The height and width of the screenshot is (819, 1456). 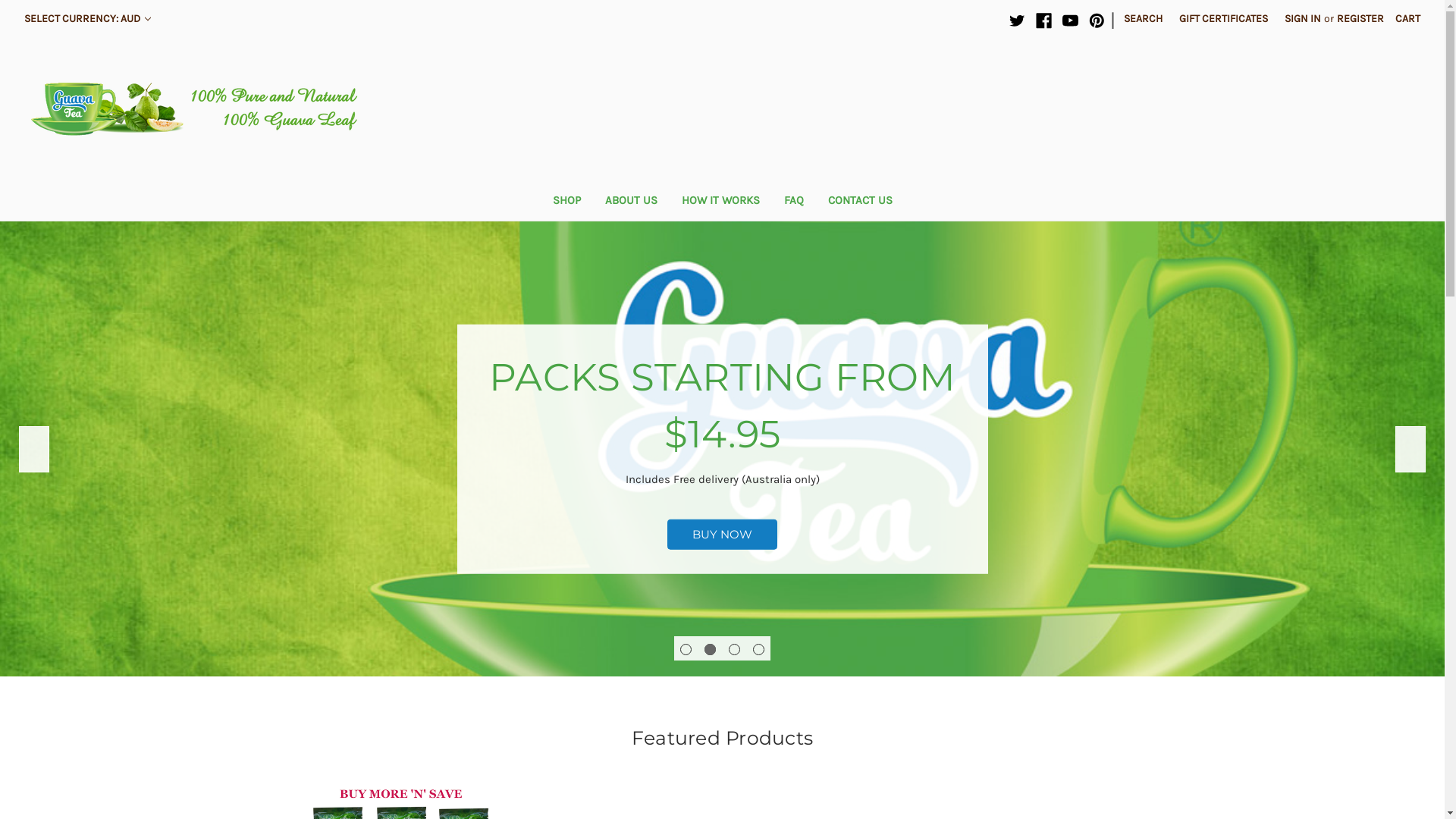 What do you see at coordinates (1386, 18) in the screenshot?
I see `'CART'` at bounding box center [1386, 18].